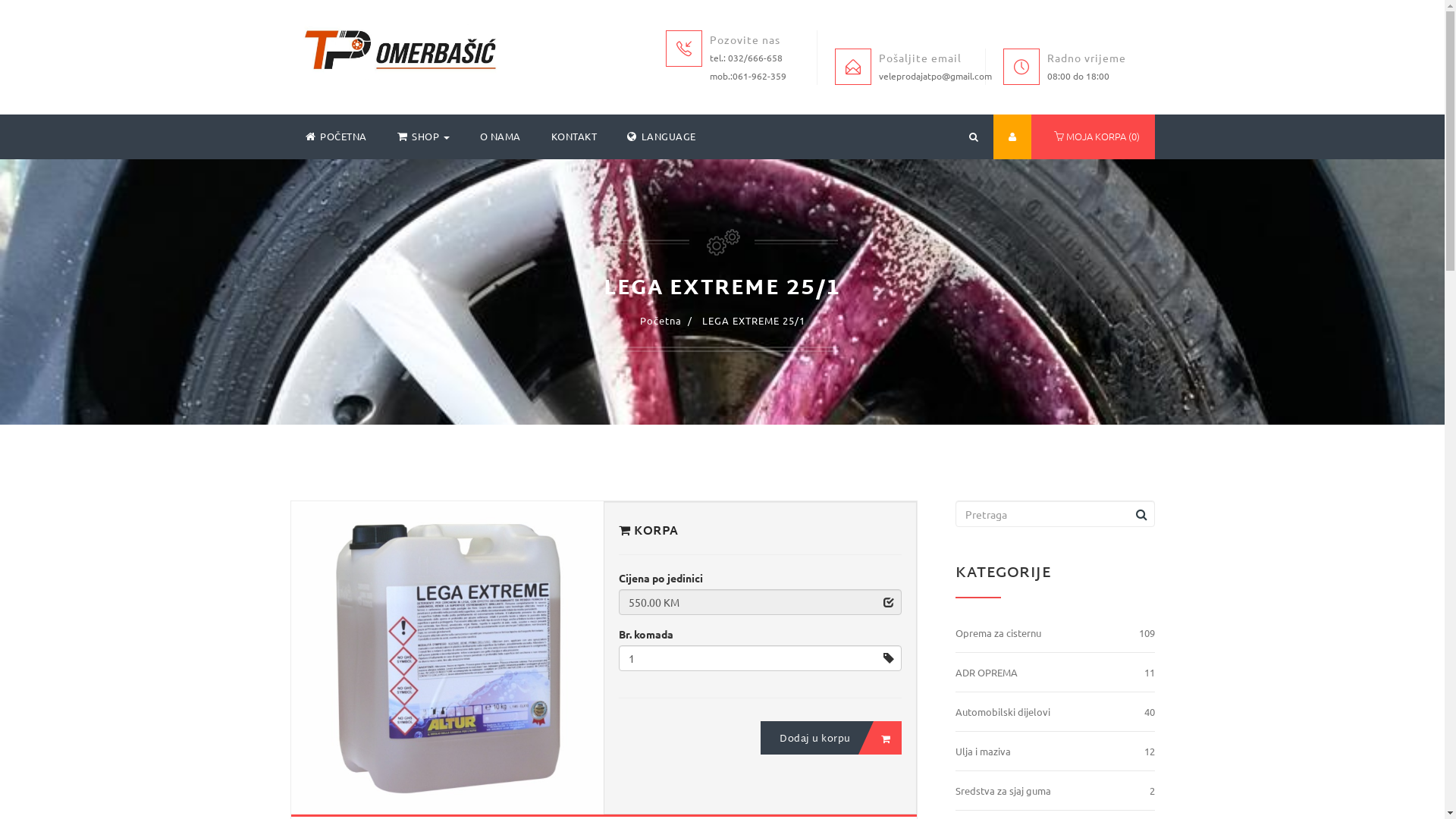 Image resolution: width=1456 pixels, height=819 pixels. Describe the element at coordinates (954, 672) in the screenshot. I see `'ADR OPREMA` at that location.